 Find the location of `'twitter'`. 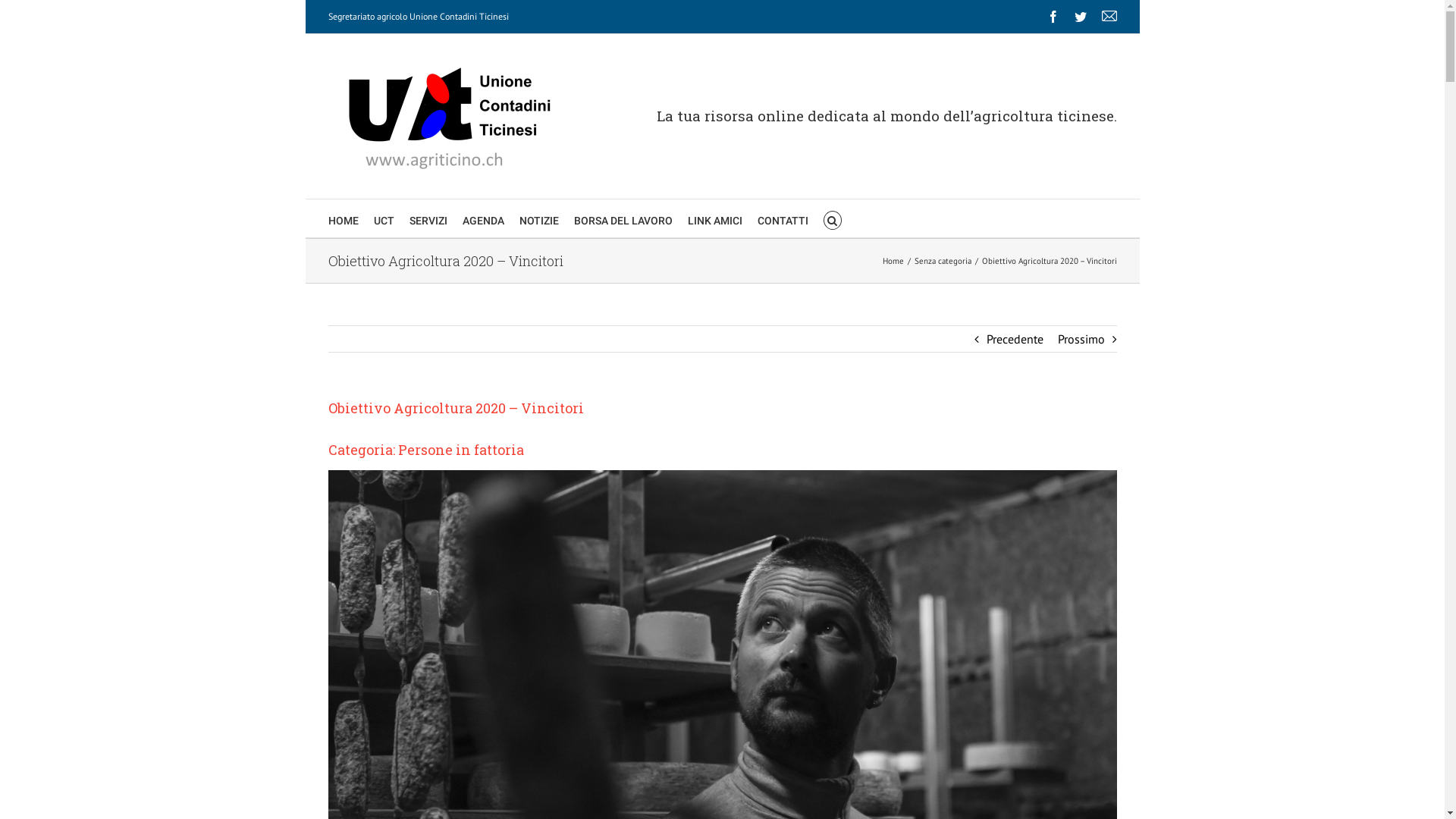

'twitter' is located at coordinates (1079, 17).